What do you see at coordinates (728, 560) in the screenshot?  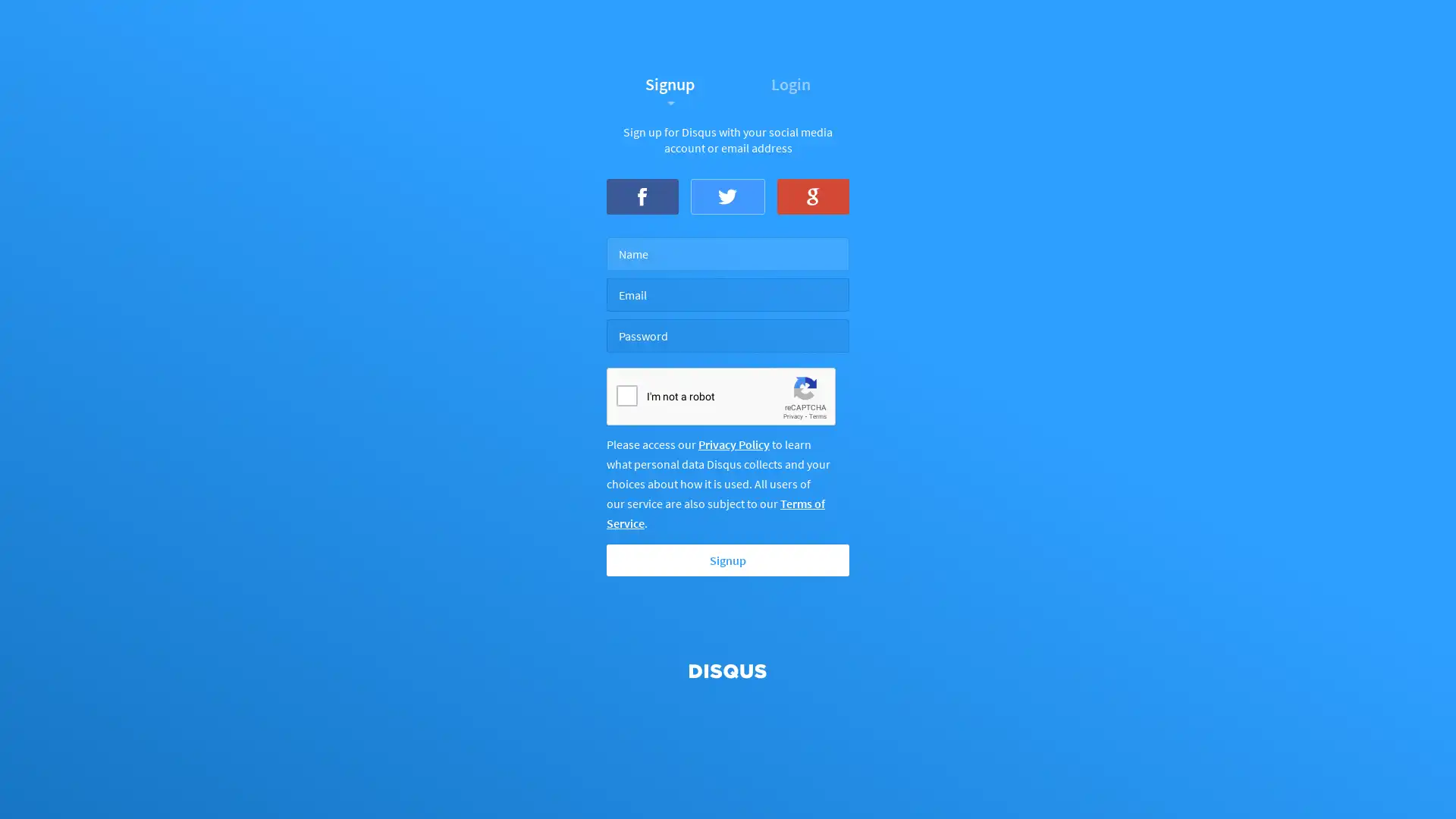 I see `Signup` at bounding box center [728, 560].